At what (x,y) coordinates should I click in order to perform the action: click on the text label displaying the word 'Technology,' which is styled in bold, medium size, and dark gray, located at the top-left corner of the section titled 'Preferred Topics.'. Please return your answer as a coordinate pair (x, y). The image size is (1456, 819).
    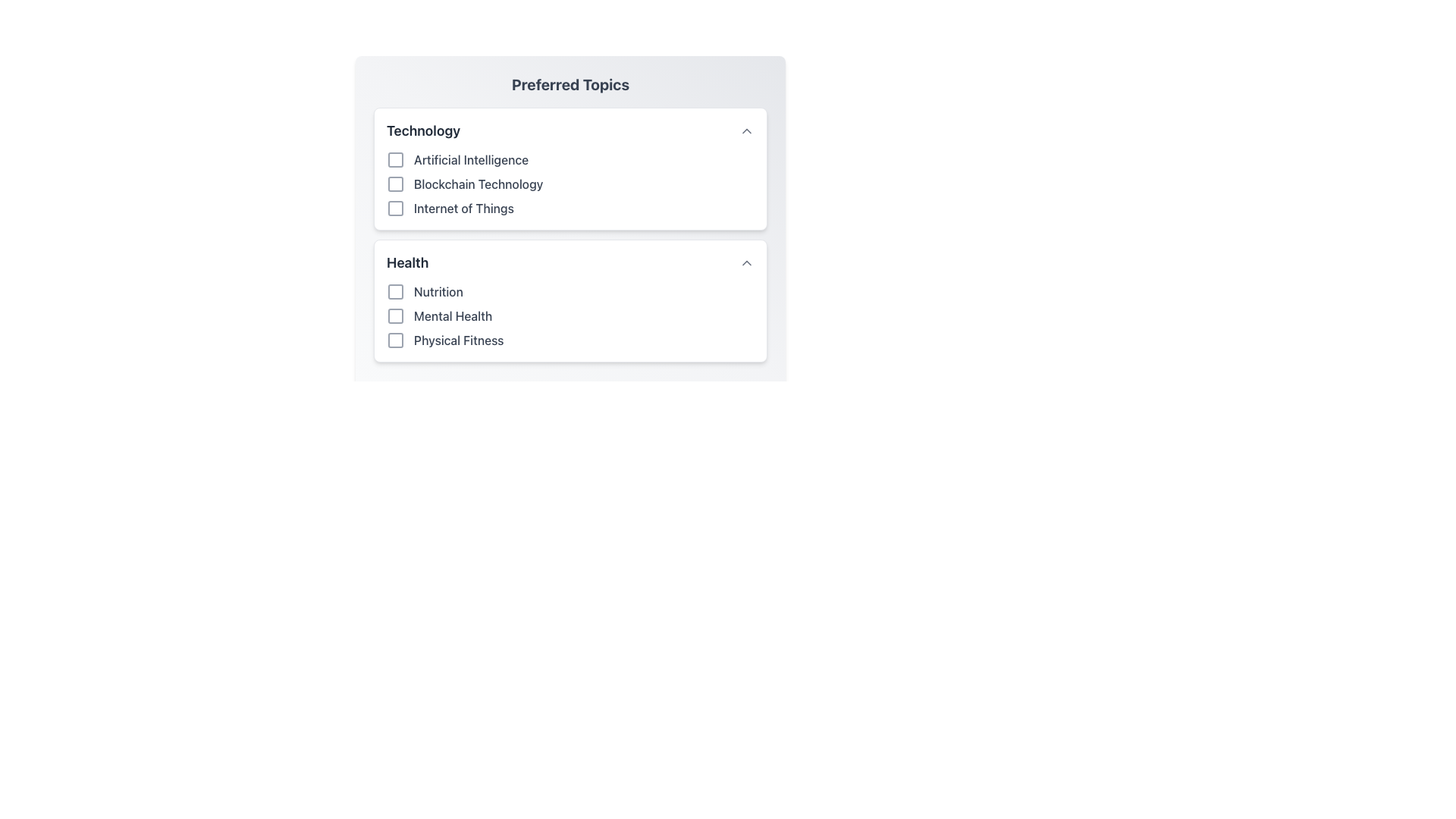
    Looking at the image, I should click on (423, 130).